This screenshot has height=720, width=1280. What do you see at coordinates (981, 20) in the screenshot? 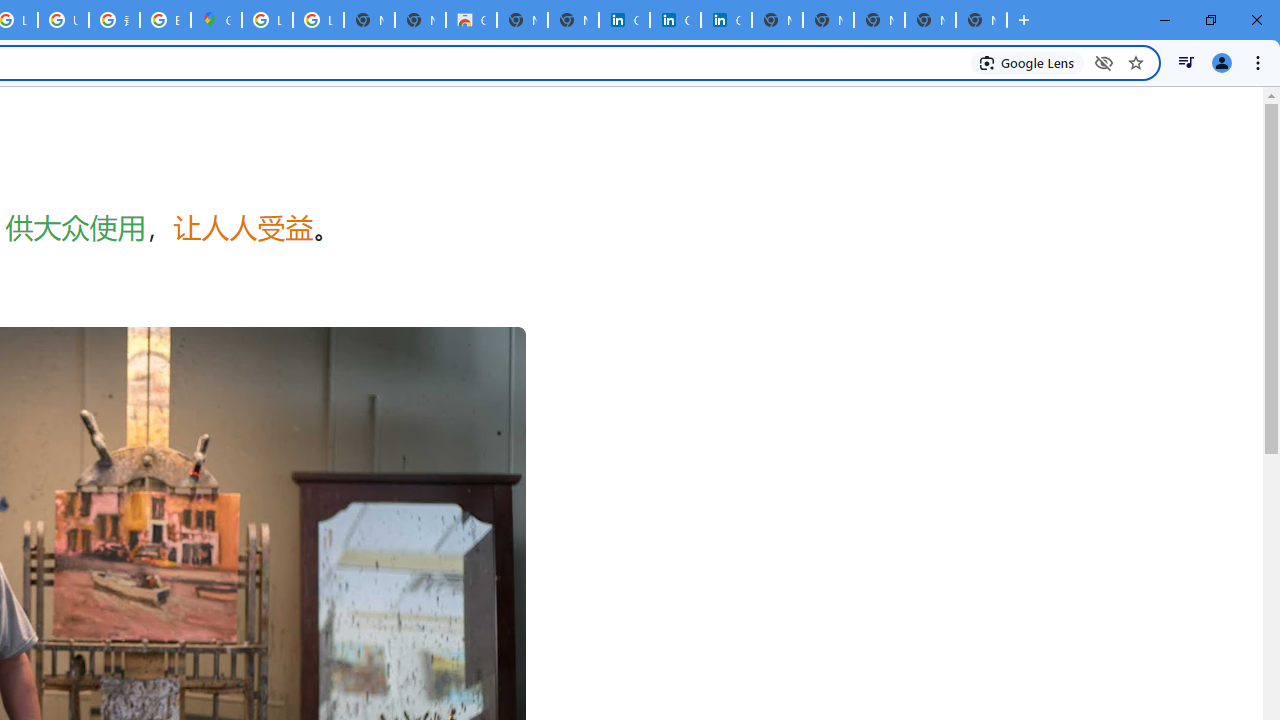
I see `'New Tab'` at bounding box center [981, 20].